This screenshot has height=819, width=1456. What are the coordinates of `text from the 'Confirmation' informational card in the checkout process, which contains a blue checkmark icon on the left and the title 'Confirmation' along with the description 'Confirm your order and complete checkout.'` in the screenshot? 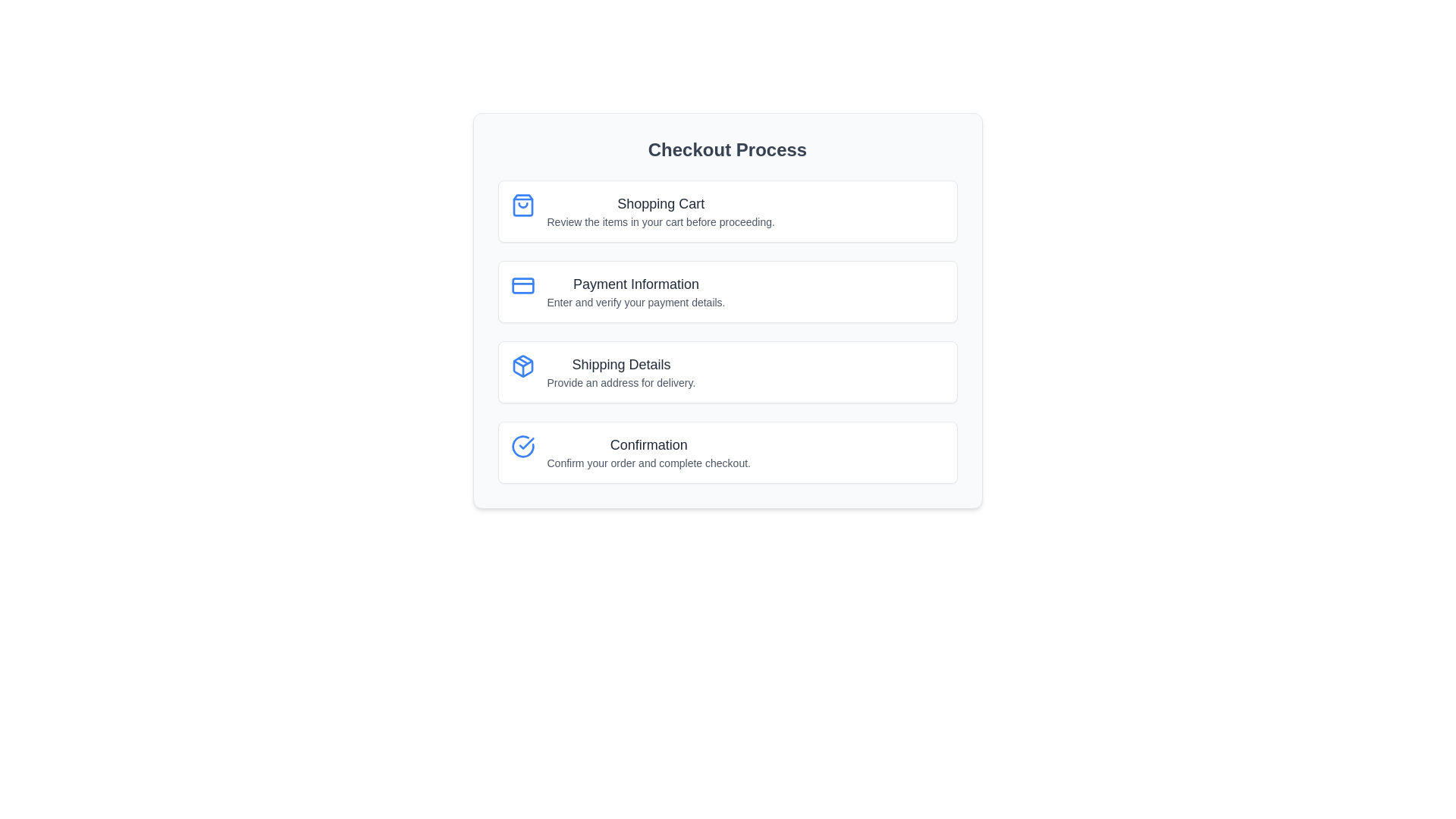 It's located at (726, 452).